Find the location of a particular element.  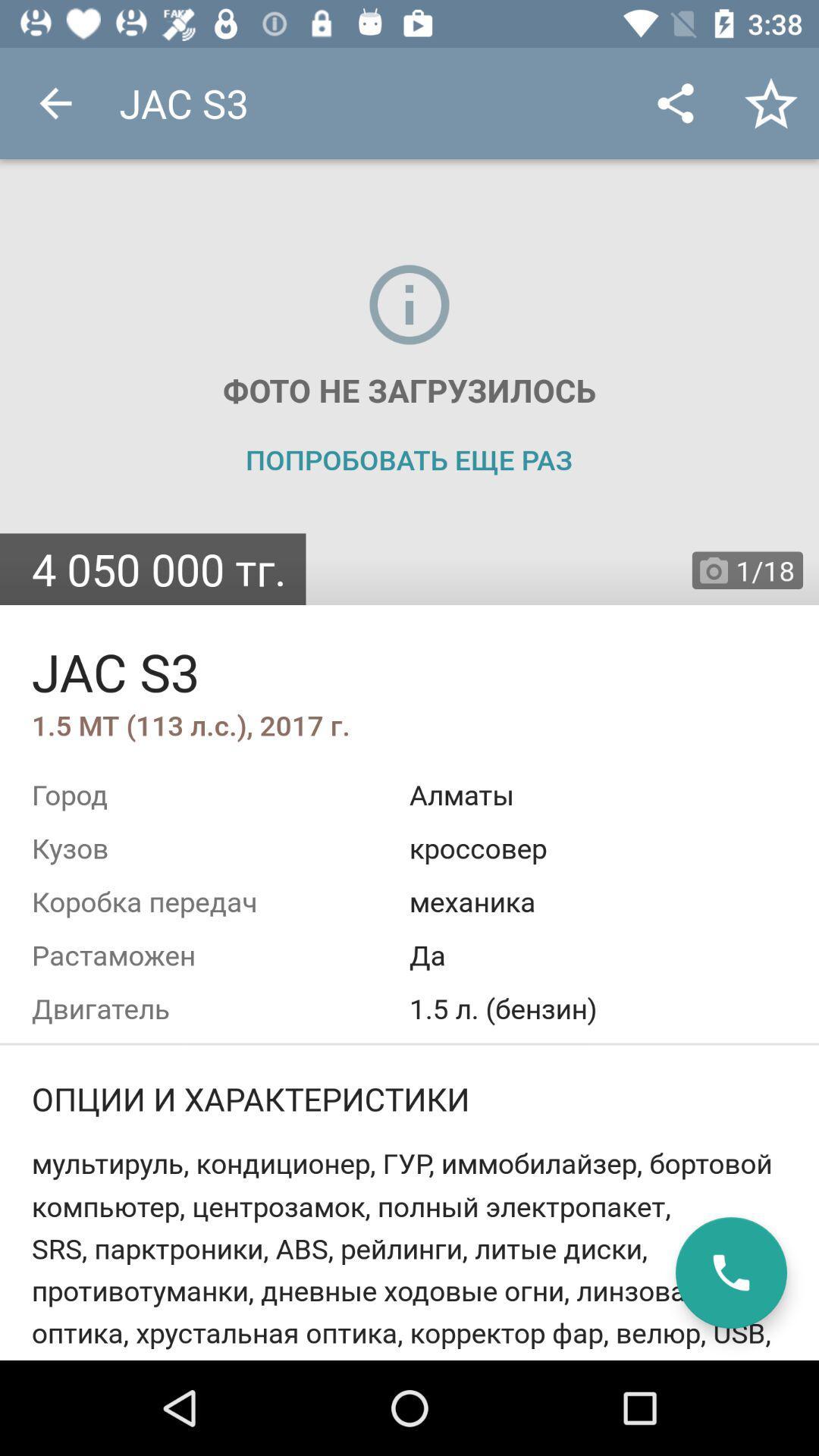

the call icon is located at coordinates (730, 1272).